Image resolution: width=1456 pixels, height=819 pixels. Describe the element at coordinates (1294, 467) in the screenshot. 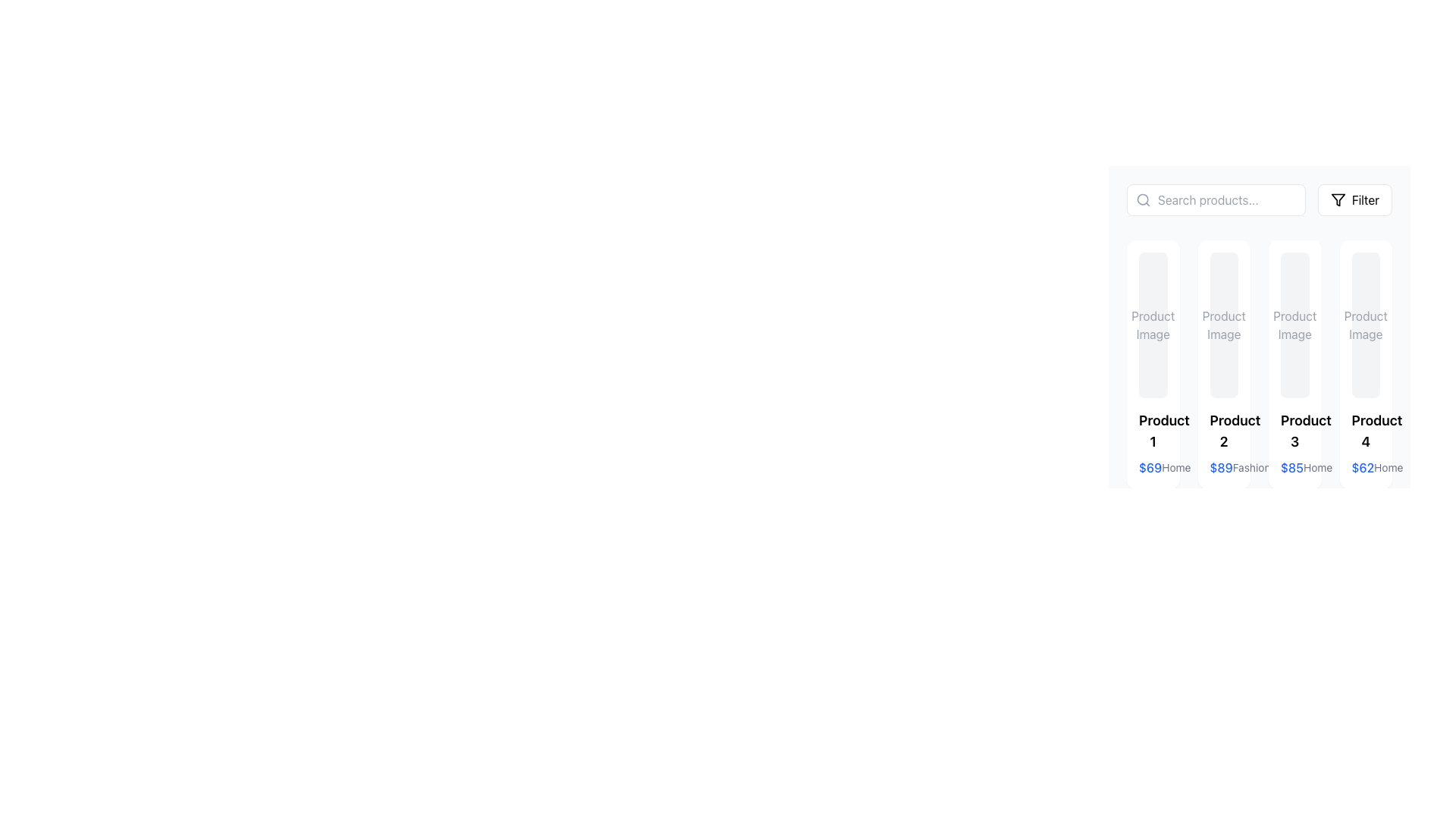

I see `the price label ('$85') or the category text ('Home') in the lower section of the third product card to interact with the product` at that location.